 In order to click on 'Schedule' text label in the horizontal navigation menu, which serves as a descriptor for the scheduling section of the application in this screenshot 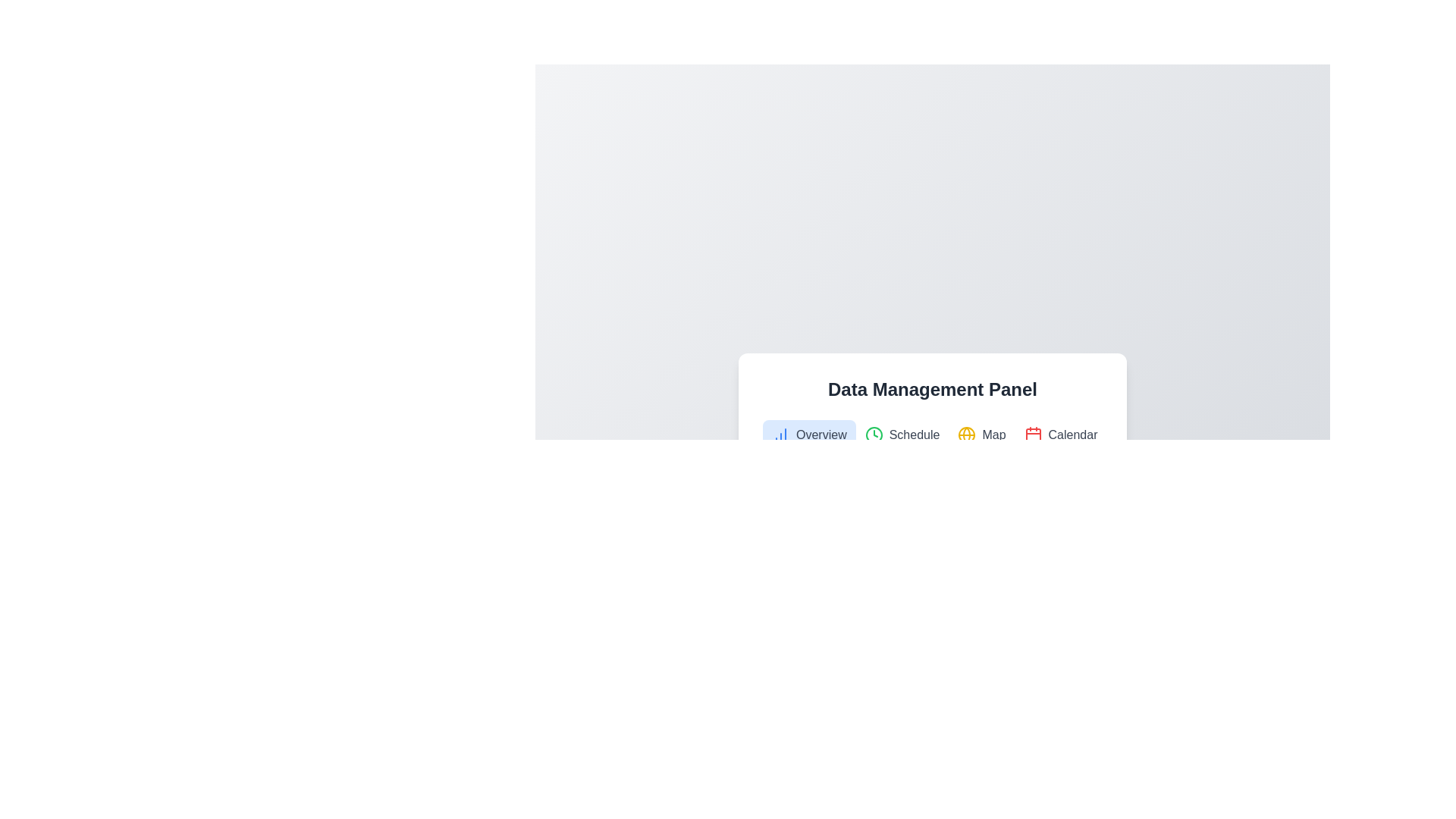, I will do `click(914, 435)`.